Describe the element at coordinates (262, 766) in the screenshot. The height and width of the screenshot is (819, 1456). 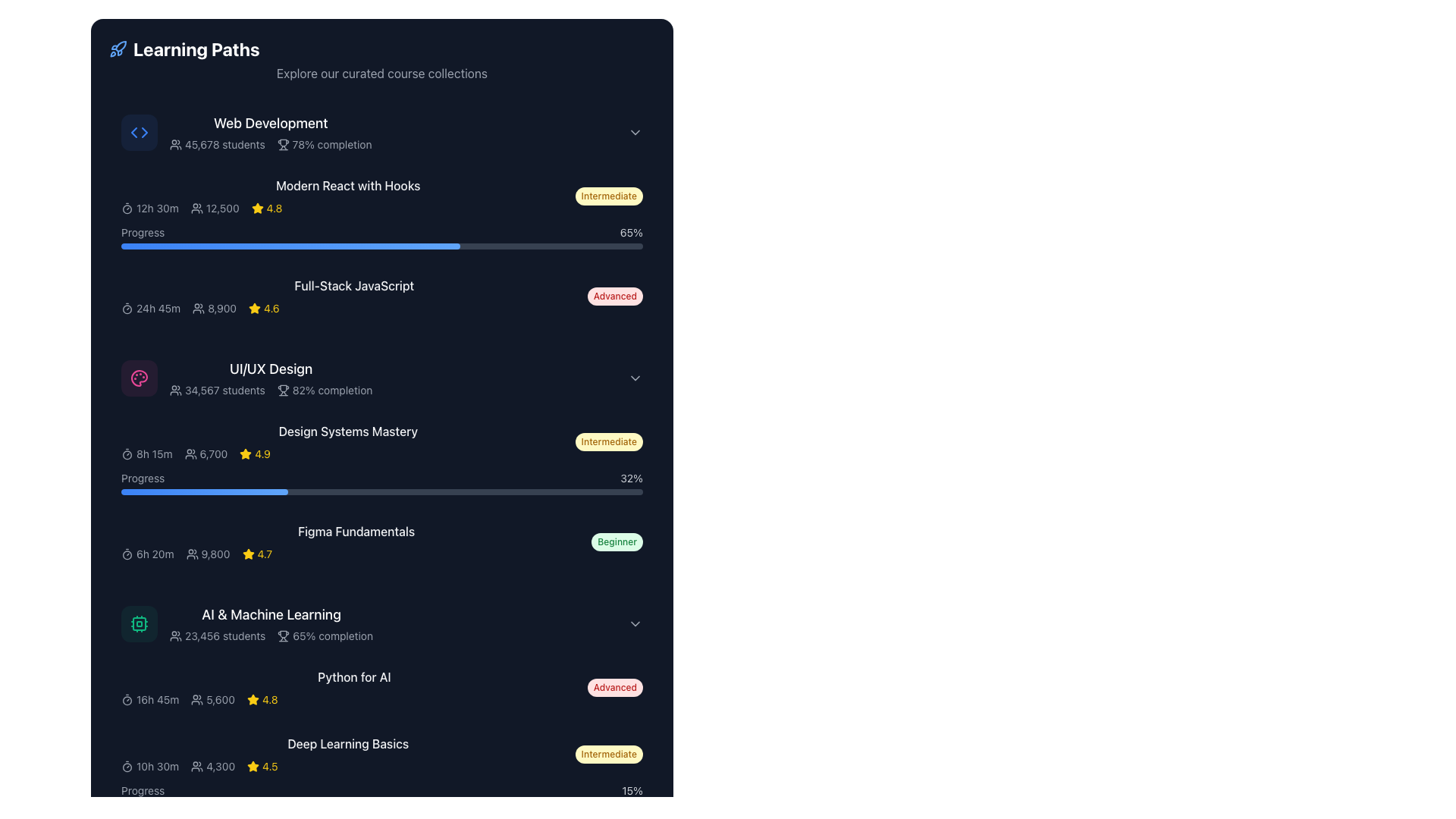
I see `the Rating Display for the course 'Deep Learning Basics', which shows the average user rating and is located in the lower-right portion of the course details section` at that location.